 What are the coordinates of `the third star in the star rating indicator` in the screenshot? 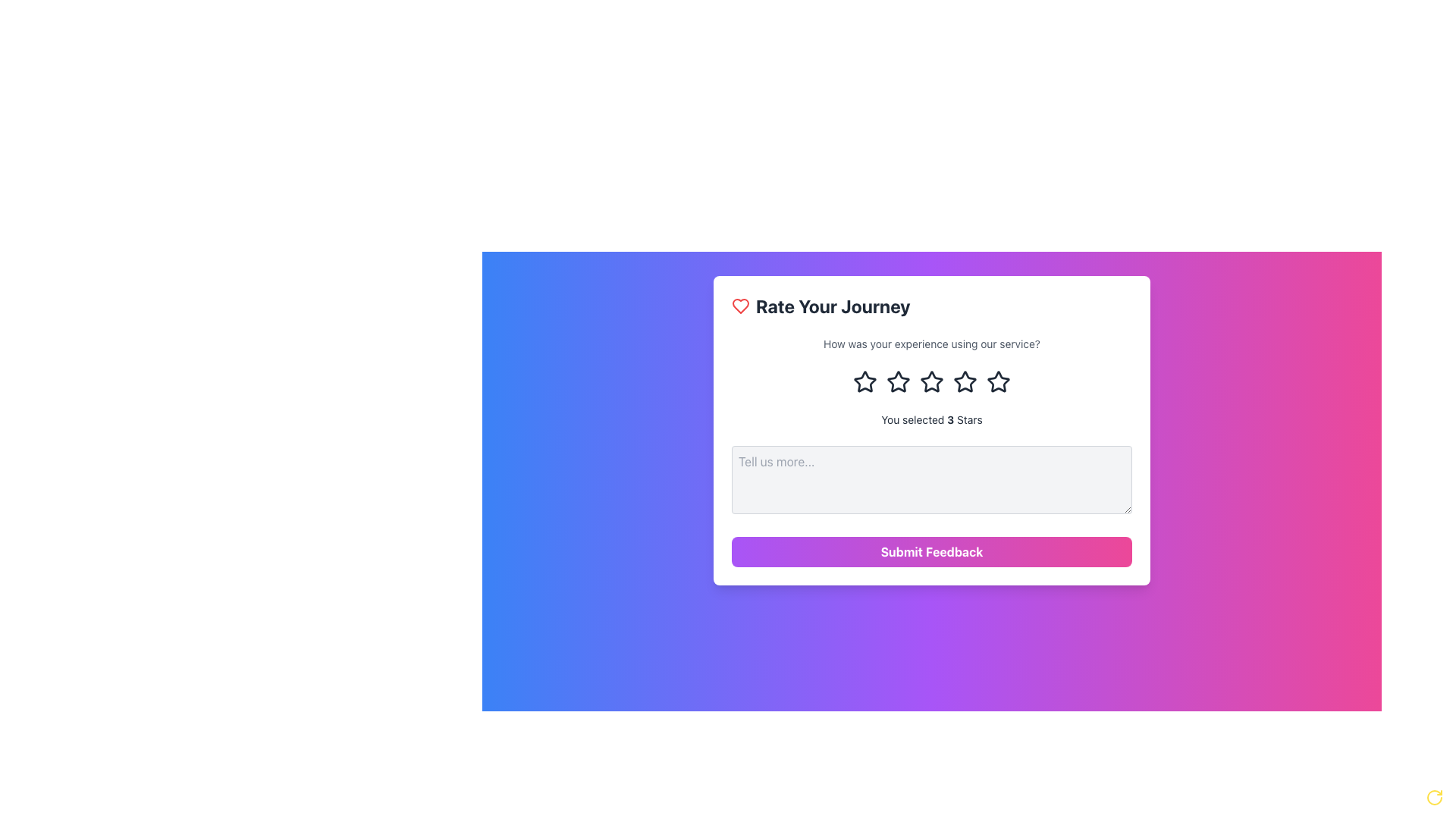 It's located at (930, 381).